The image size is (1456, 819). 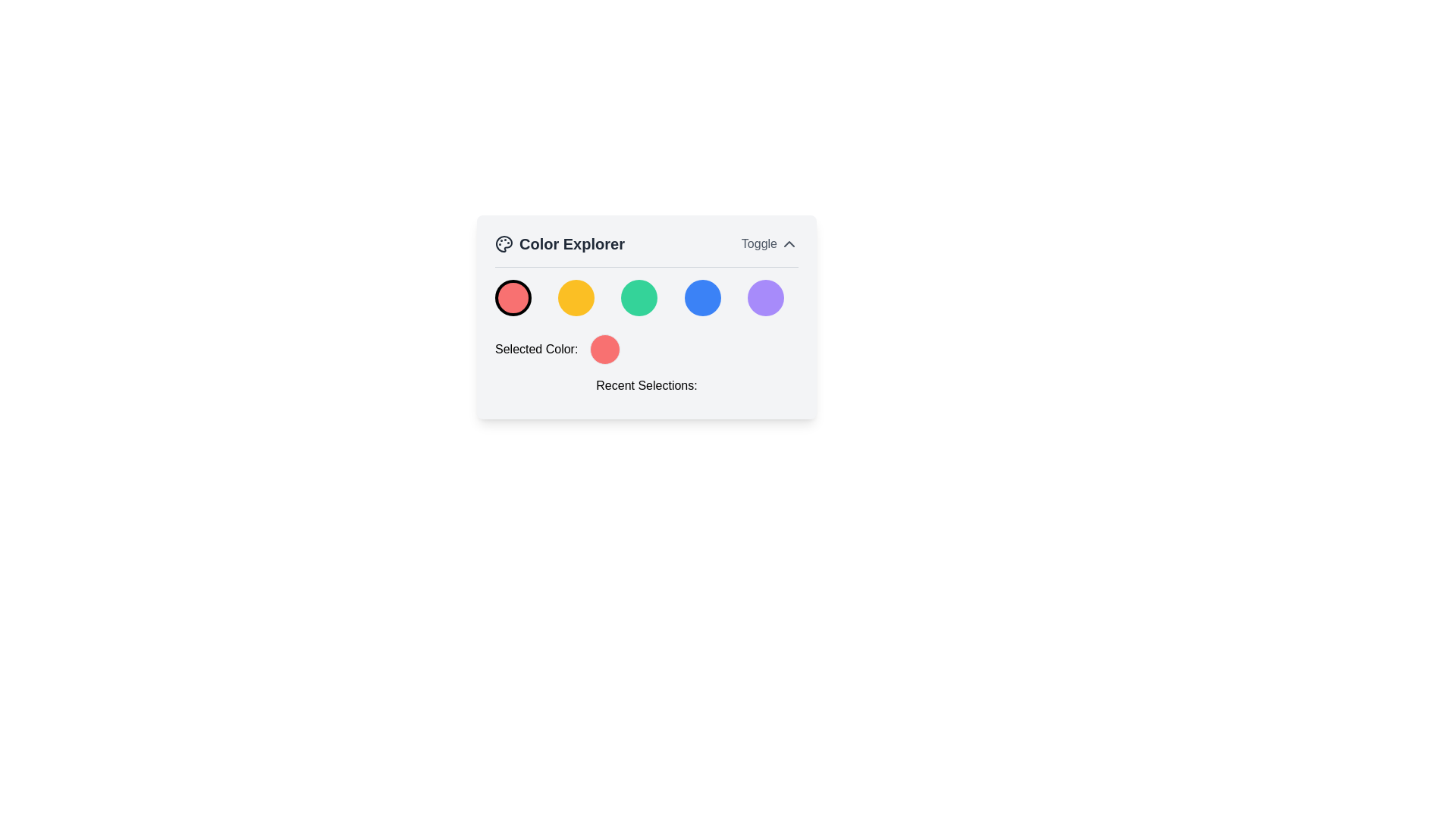 What do you see at coordinates (701, 298) in the screenshot?
I see `the fourth circular button with a solid blue fill in the 'Color Explorer' component` at bounding box center [701, 298].